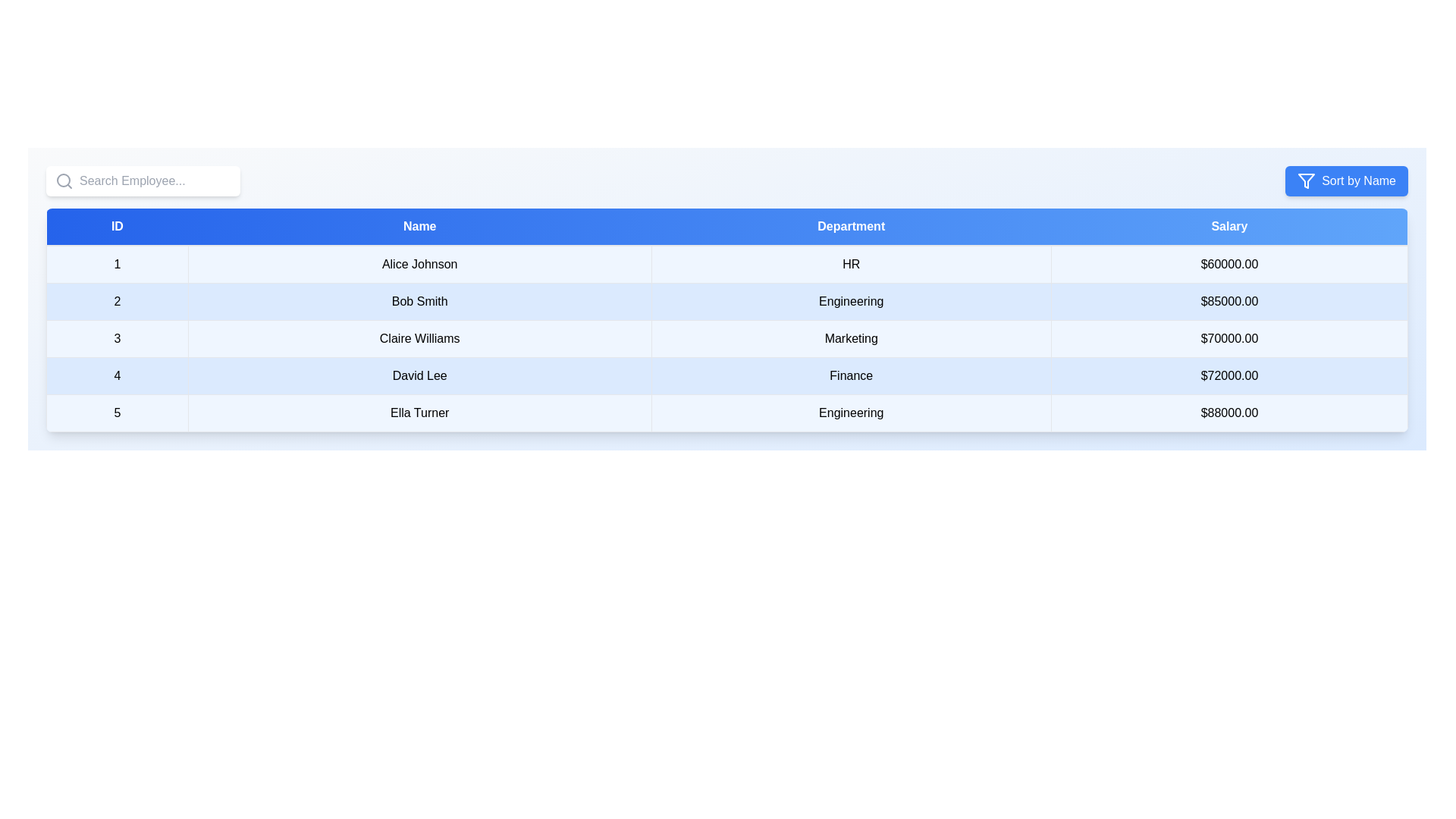  I want to click on the text label that reads 'Department', which is styled with a blue background and white text, located in the third column header of the table, so click(851, 227).